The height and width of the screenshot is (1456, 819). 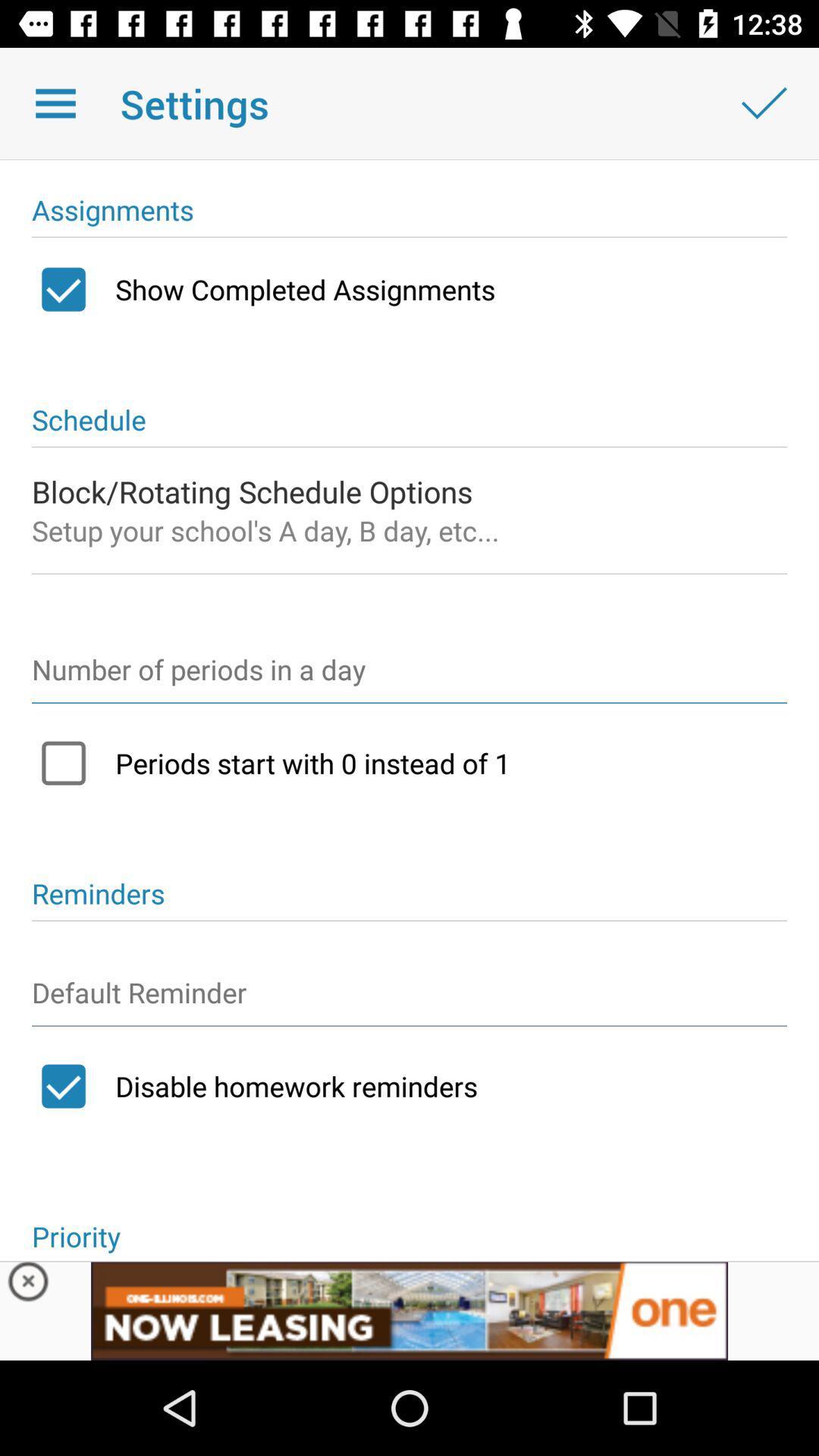 I want to click on default reminder button, so click(x=409, y=999).